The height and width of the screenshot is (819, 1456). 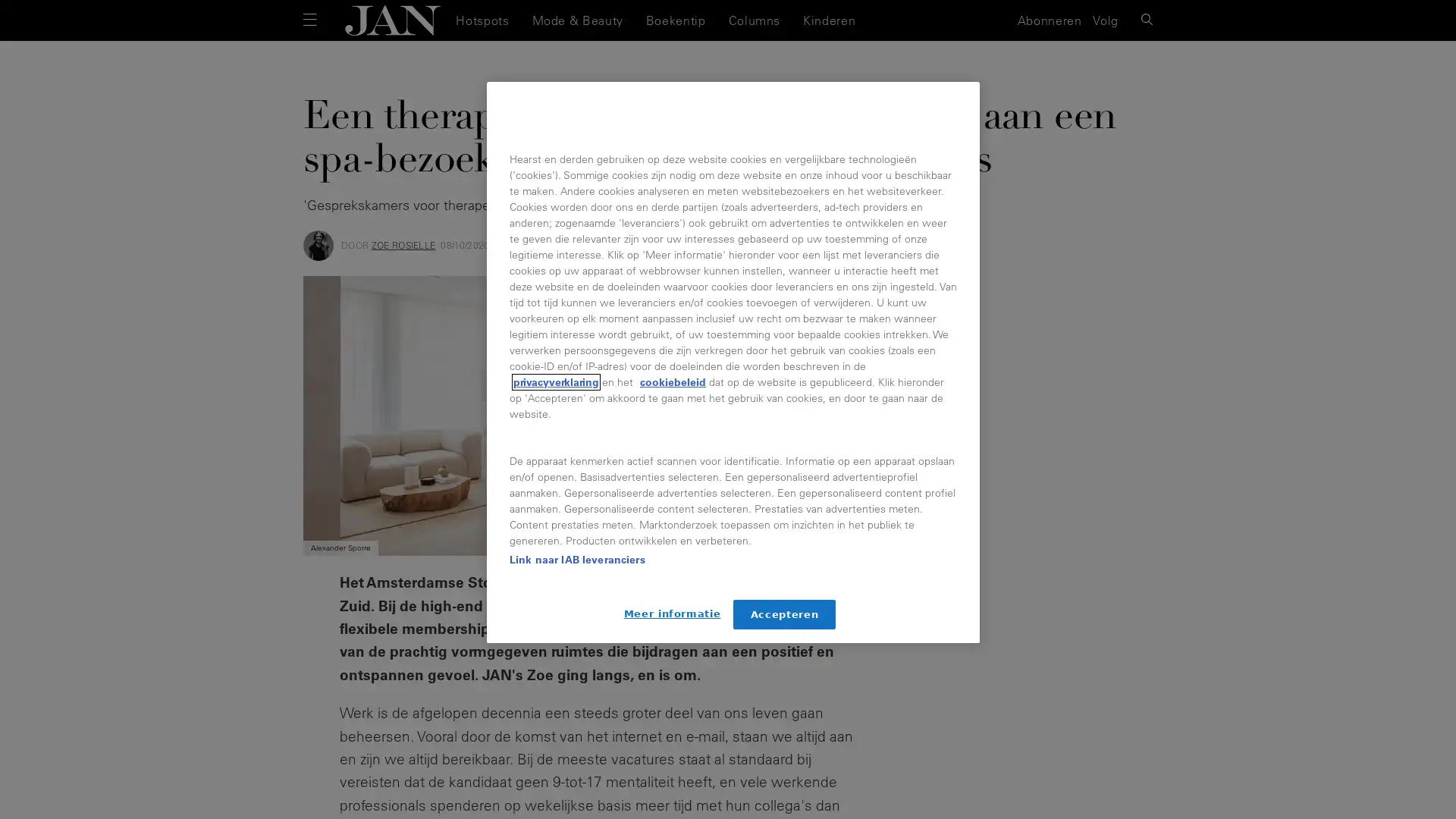 What do you see at coordinates (576, 559) in the screenshot?
I see `Link naar IAB leveranciers` at bounding box center [576, 559].